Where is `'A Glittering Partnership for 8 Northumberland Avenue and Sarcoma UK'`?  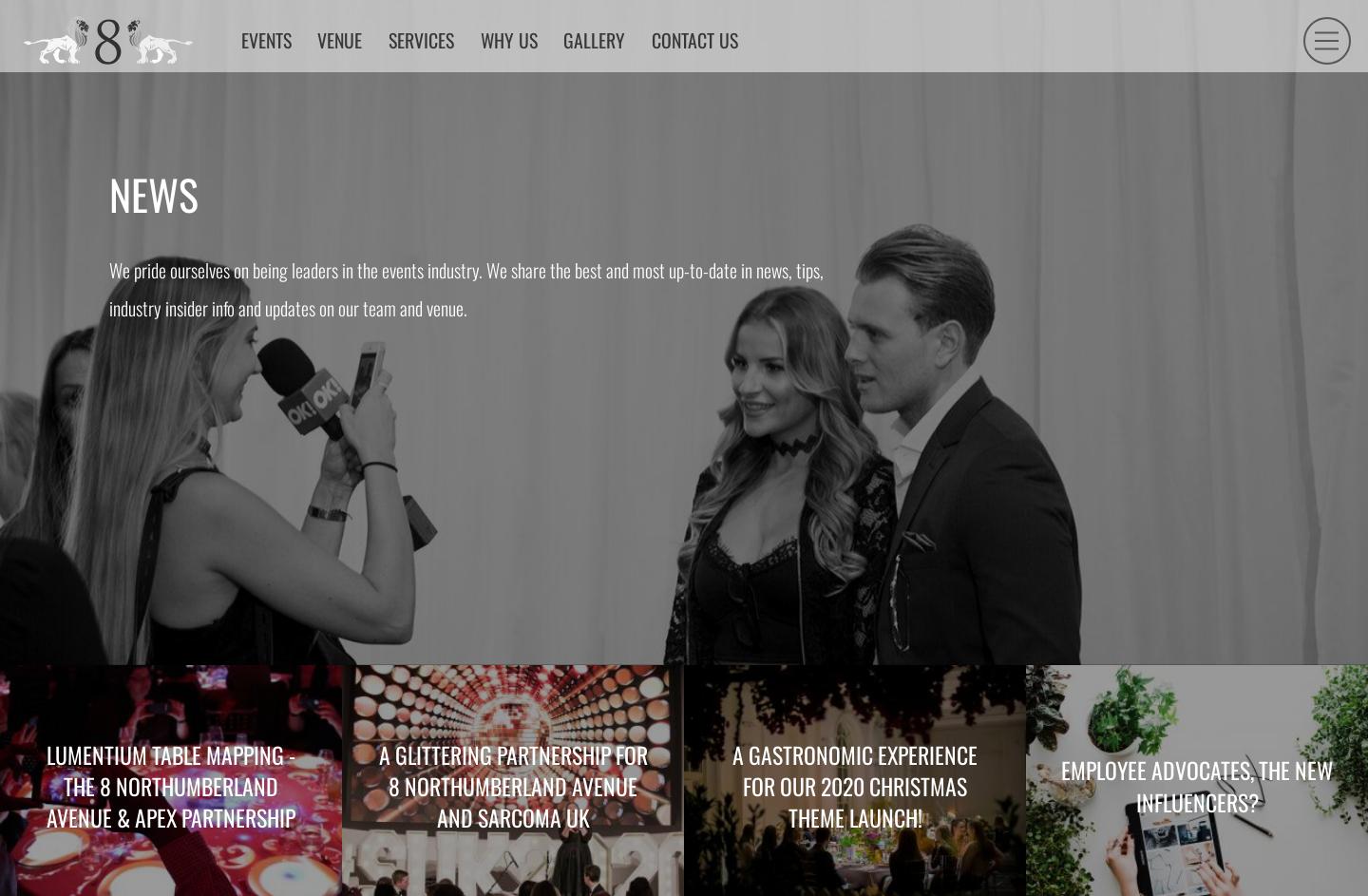 'A Glittering Partnership for 8 Northumberland Avenue and Sarcoma UK' is located at coordinates (511, 785).